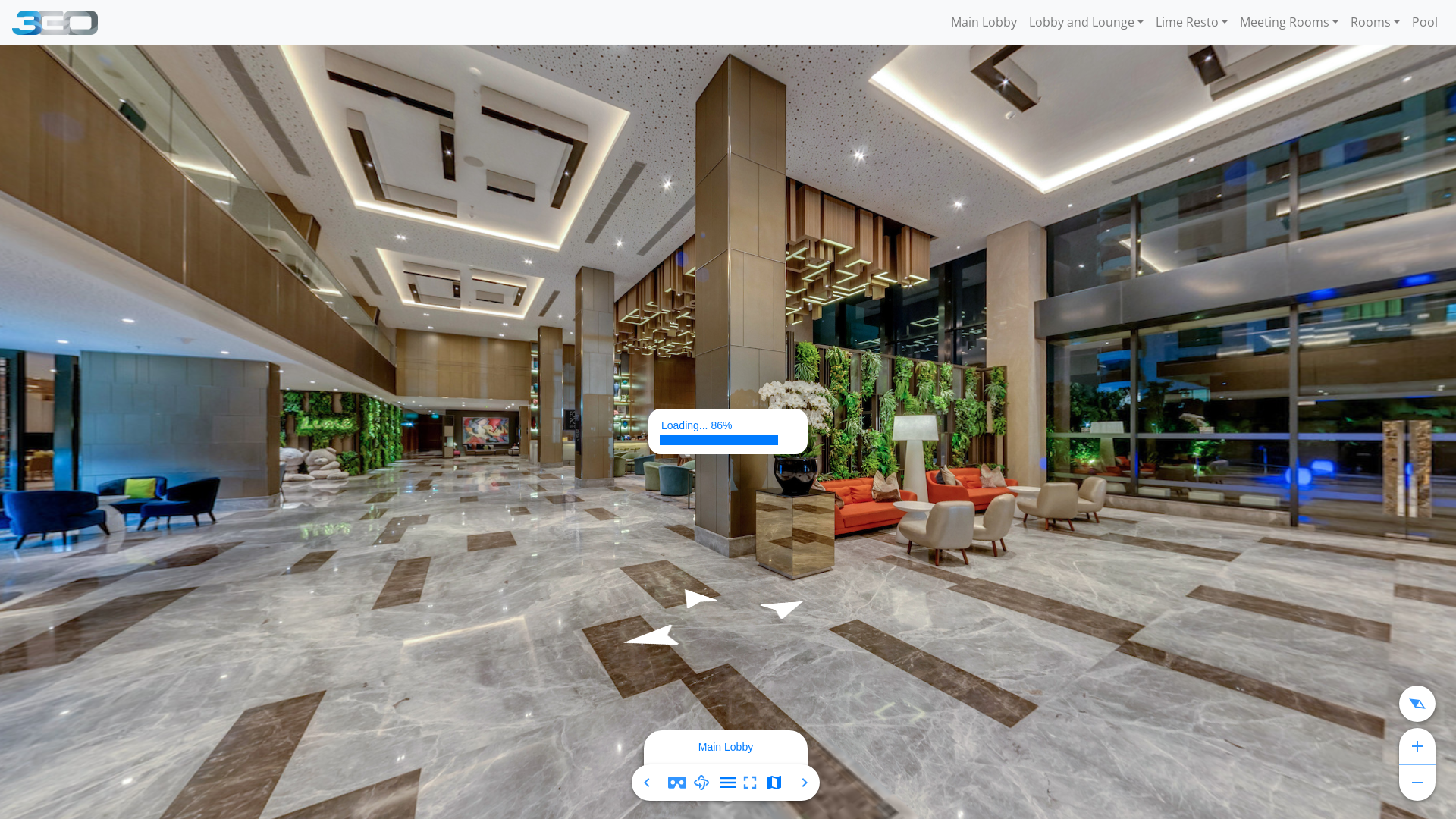 Image resolution: width=1456 pixels, height=819 pixels. I want to click on 'Main Lobby', so click(944, 22).